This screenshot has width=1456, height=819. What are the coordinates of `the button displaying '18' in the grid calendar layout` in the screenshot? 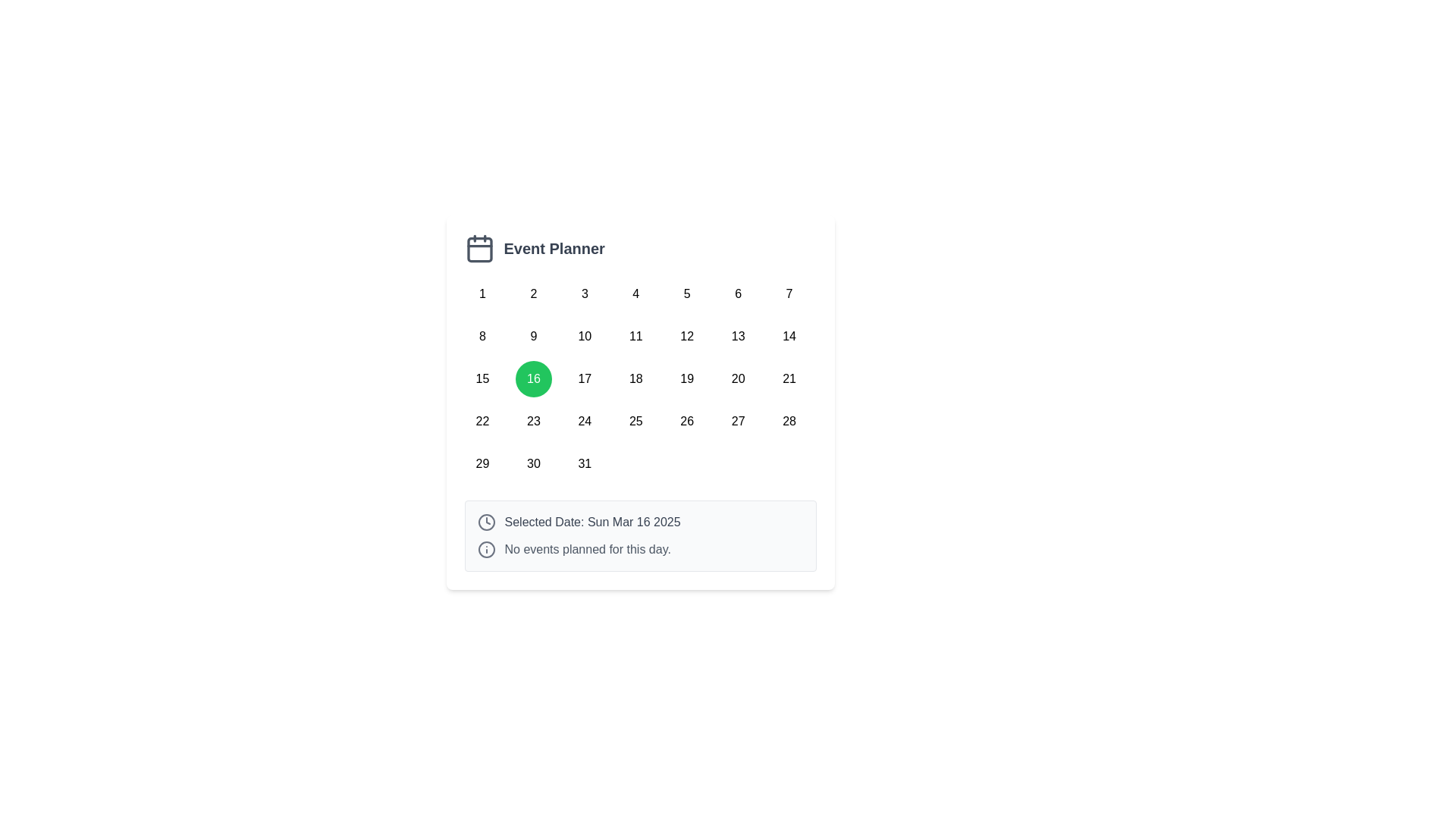 It's located at (635, 378).